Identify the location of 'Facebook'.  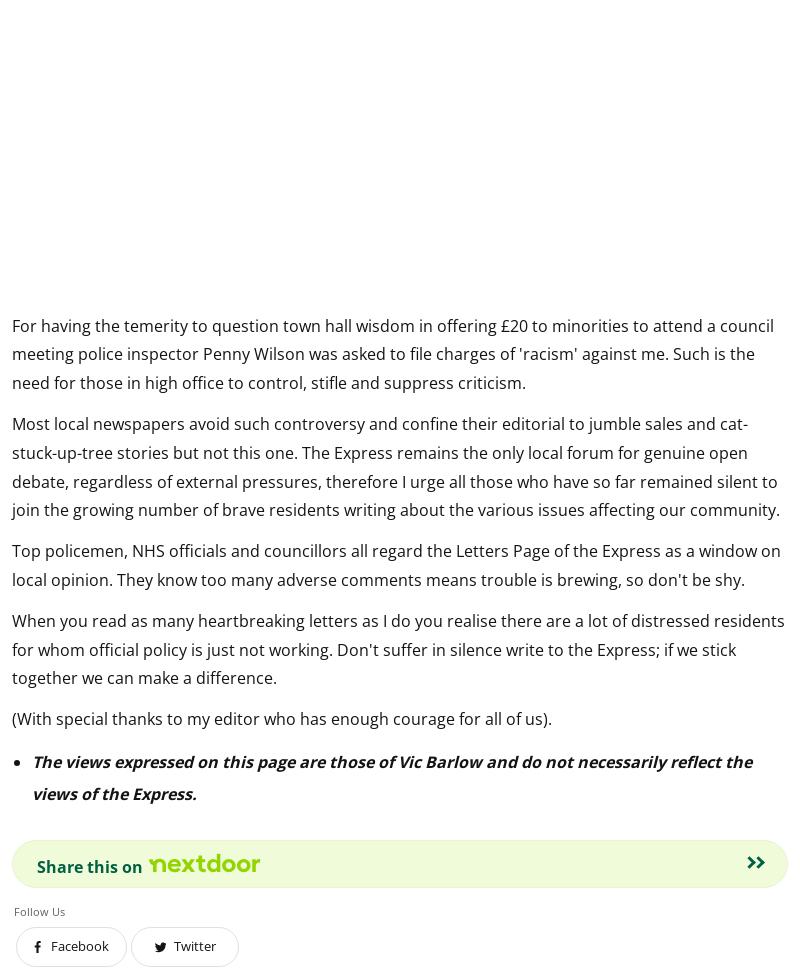
(80, 945).